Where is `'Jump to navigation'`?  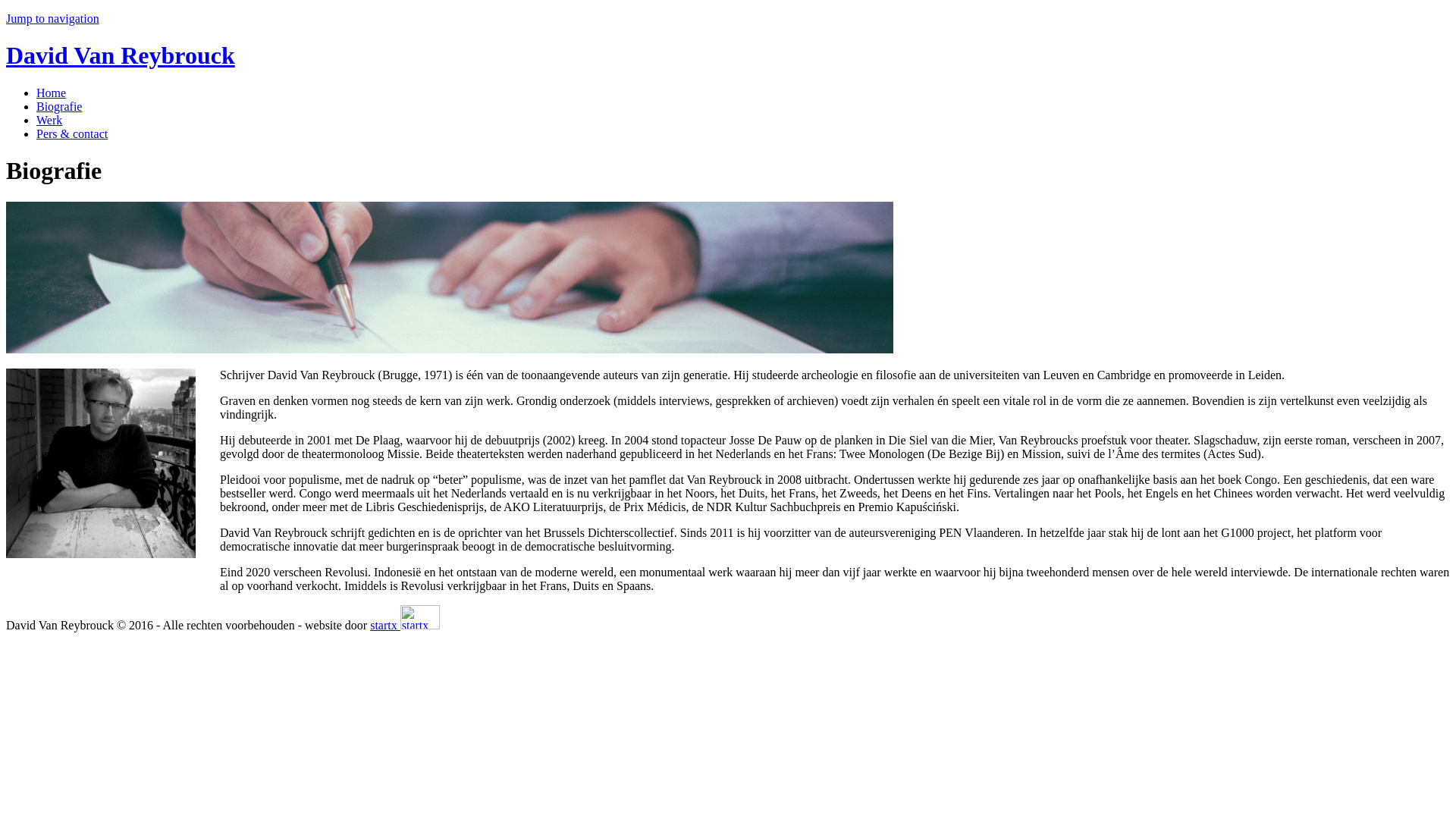 'Jump to navigation' is located at coordinates (6, 18).